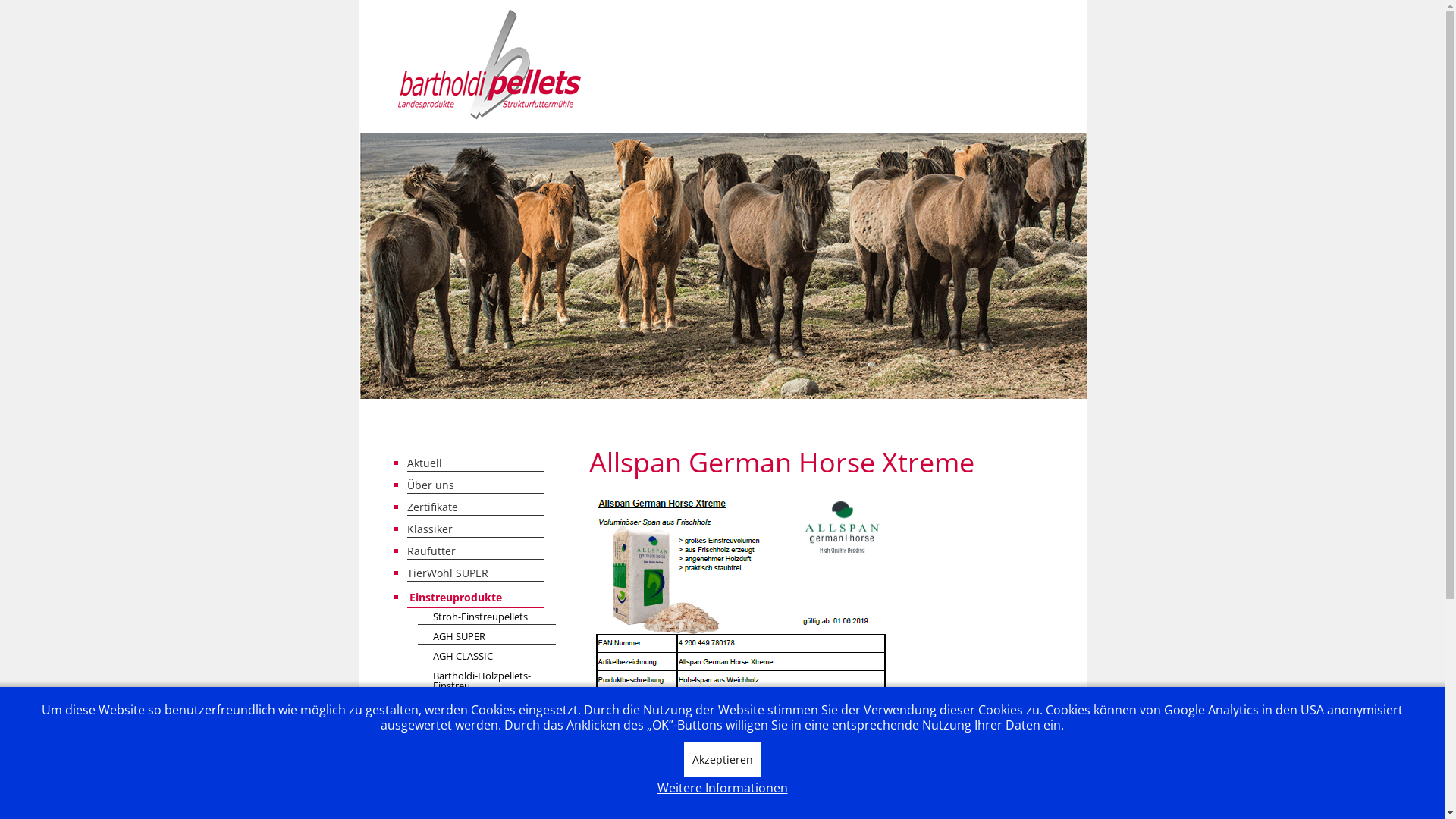 The width and height of the screenshot is (1456, 819). I want to click on 'Akzeptieren', so click(722, 759).